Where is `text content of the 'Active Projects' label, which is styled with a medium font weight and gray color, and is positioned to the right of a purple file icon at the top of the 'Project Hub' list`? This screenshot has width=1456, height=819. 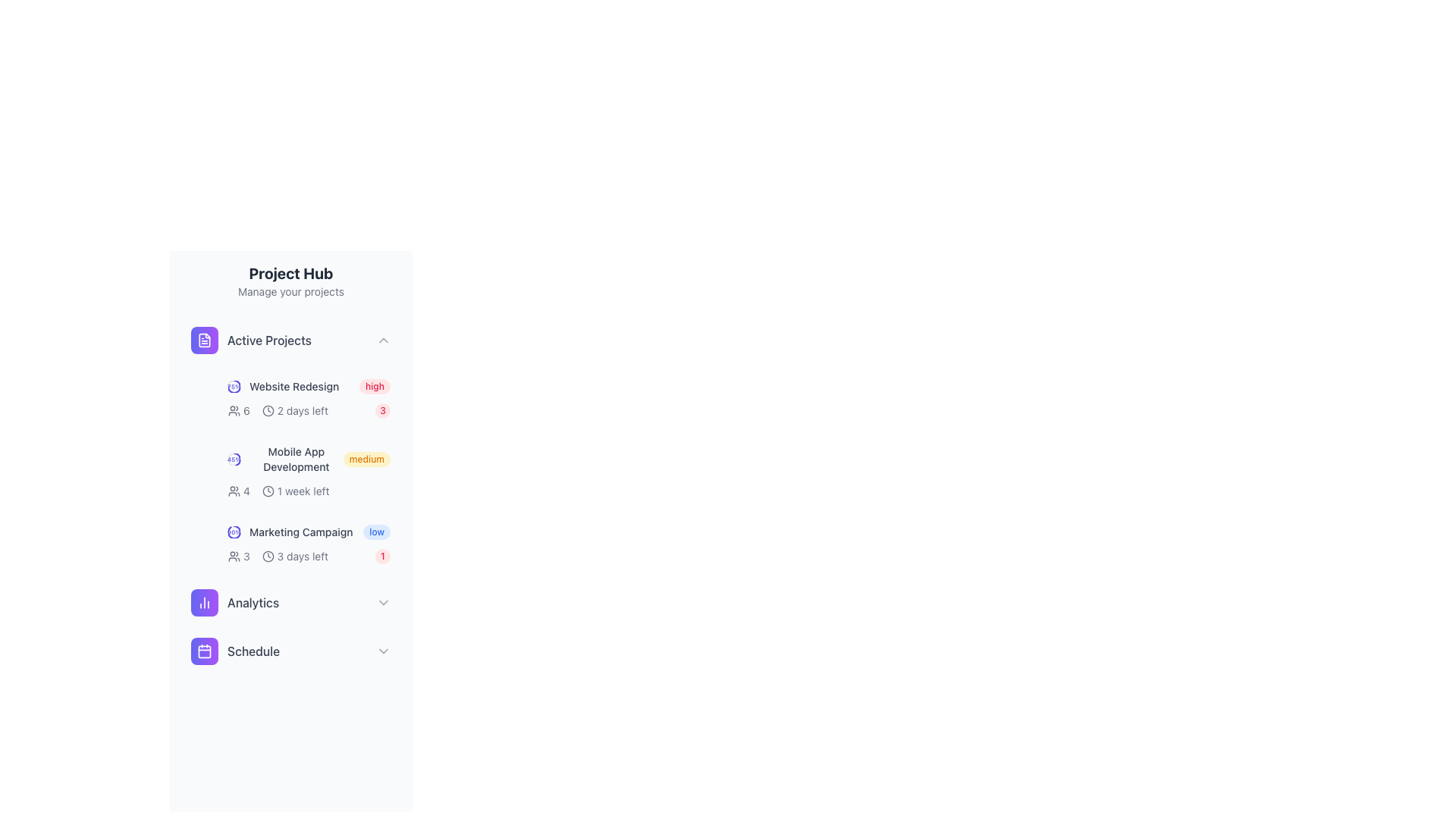 text content of the 'Active Projects' label, which is styled with a medium font weight and gray color, and is positioned to the right of a purple file icon at the top of the 'Project Hub' list is located at coordinates (269, 339).